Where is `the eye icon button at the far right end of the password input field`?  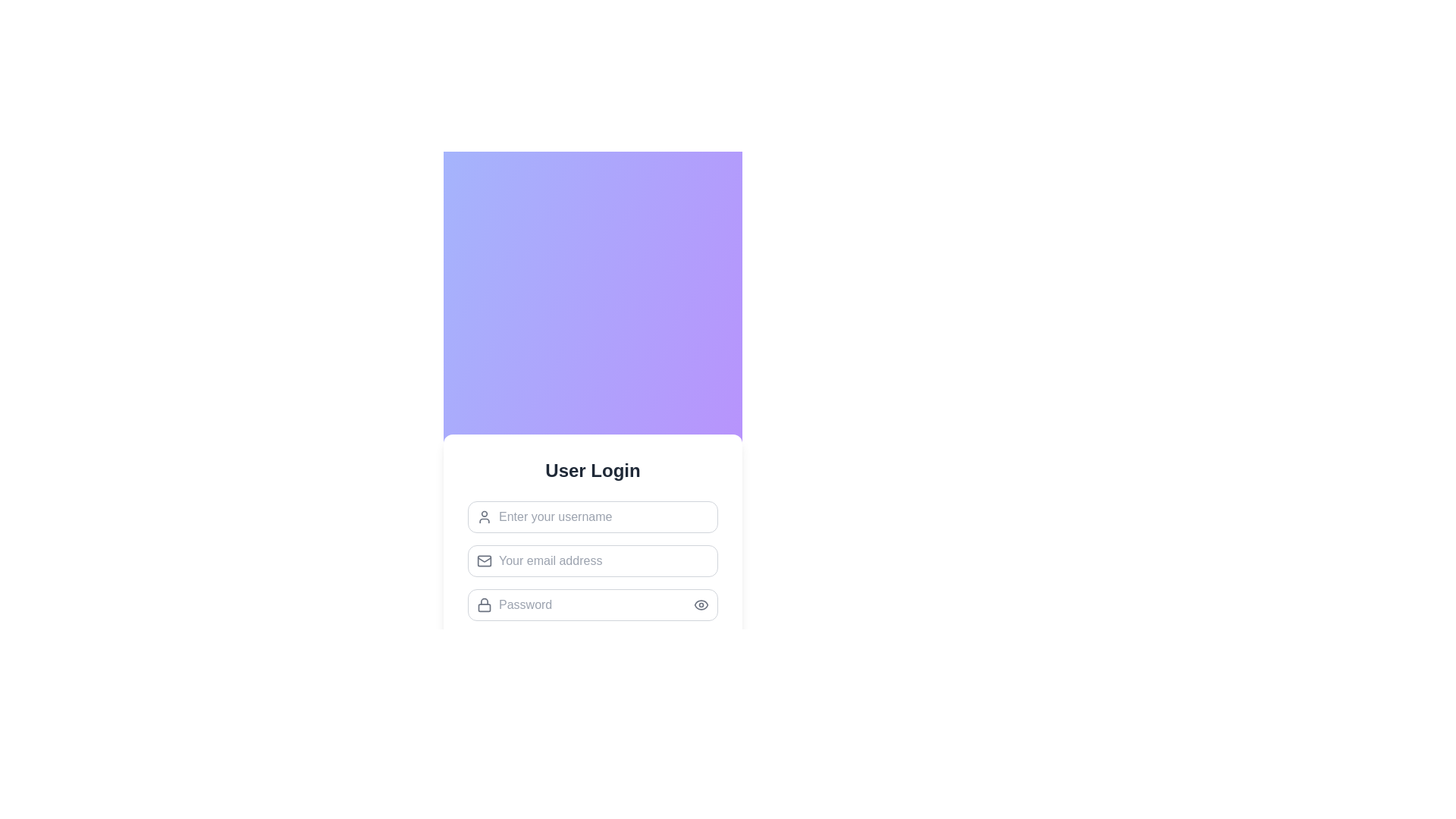
the eye icon button at the far right end of the password input field is located at coordinates (701, 604).